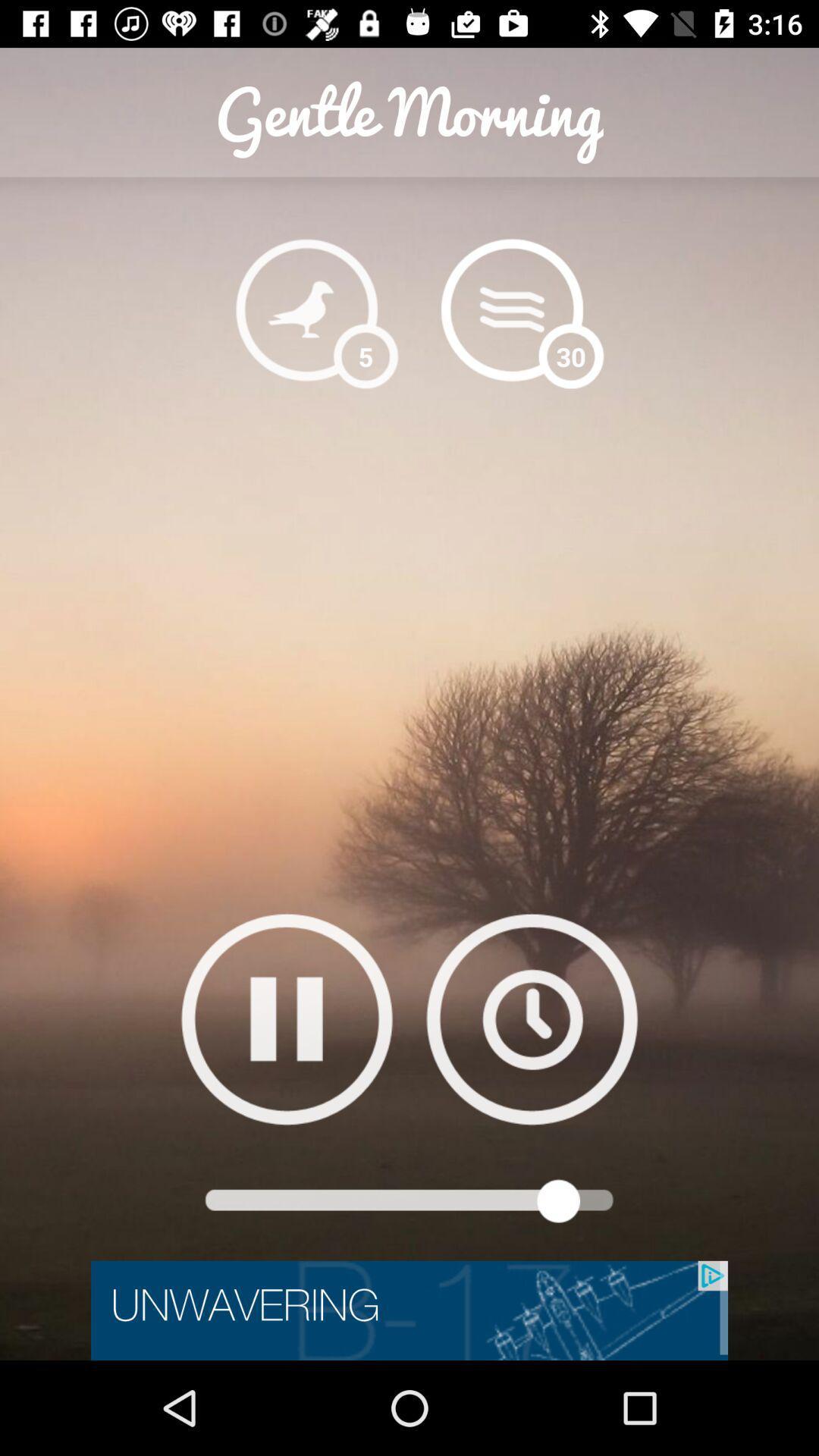  Describe the element at coordinates (531, 1018) in the screenshot. I see `adjust timer` at that location.